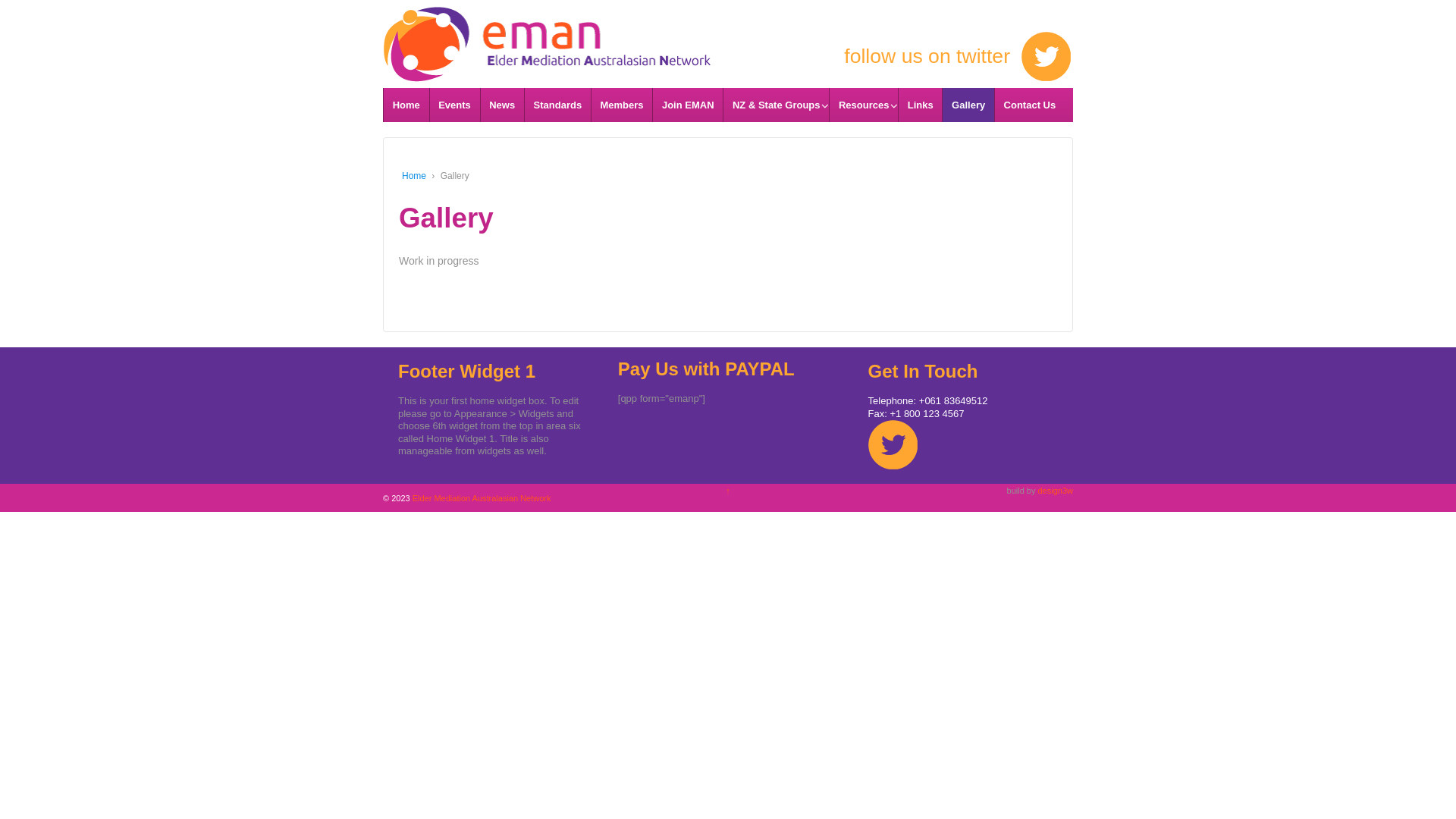 Image resolution: width=1456 pixels, height=819 pixels. I want to click on 'Elder Mediation Australasian Network', so click(546, 32).